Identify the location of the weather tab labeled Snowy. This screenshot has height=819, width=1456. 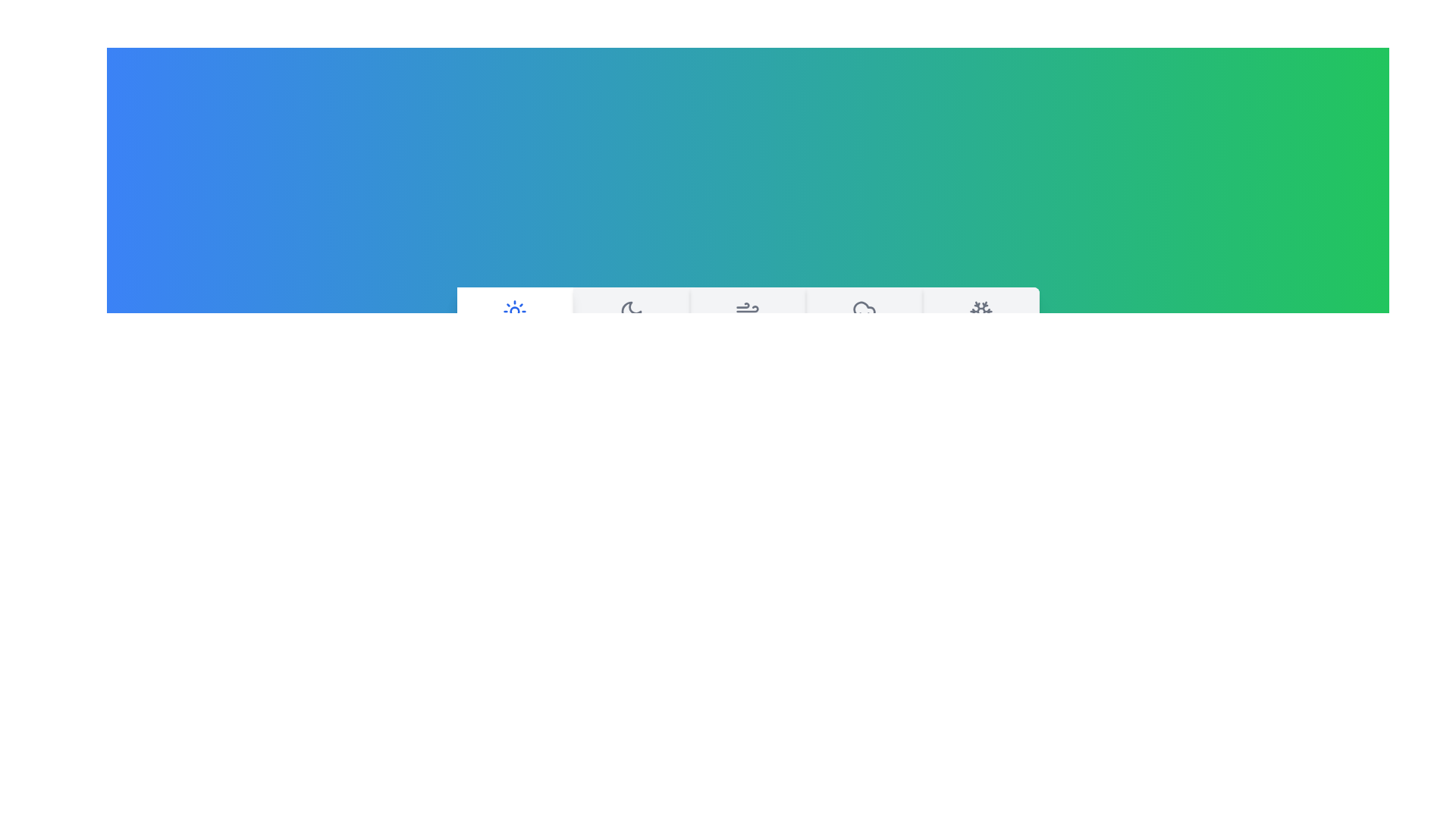
(981, 326).